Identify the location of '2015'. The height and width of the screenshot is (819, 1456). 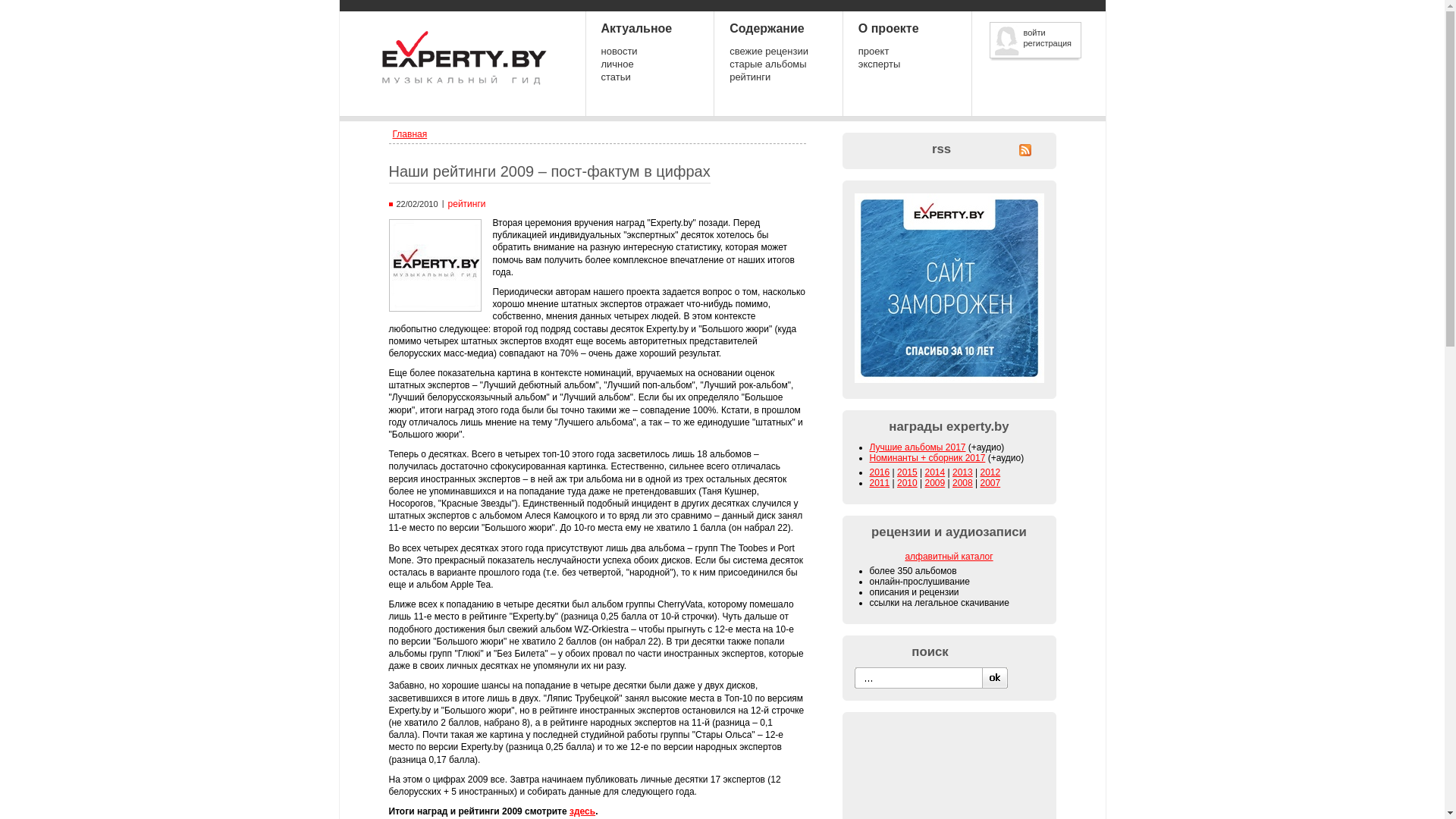
(907, 472).